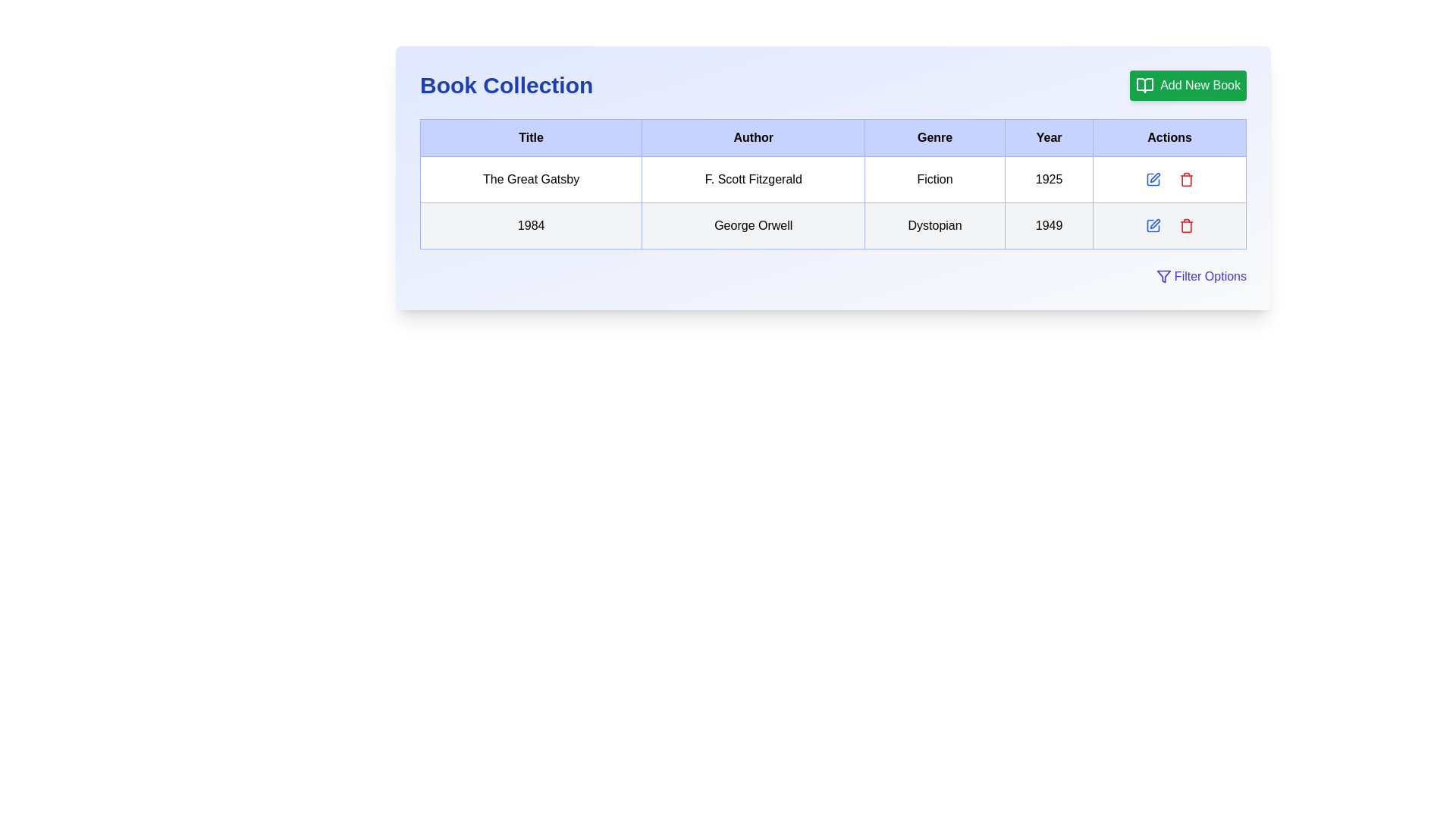 The width and height of the screenshot is (1456, 819). Describe the element at coordinates (1048, 178) in the screenshot. I see `text '1925' visually in the table cell of the first row representing 'The Great Gatsby', located in the fourth column labeled 'Year'` at that location.